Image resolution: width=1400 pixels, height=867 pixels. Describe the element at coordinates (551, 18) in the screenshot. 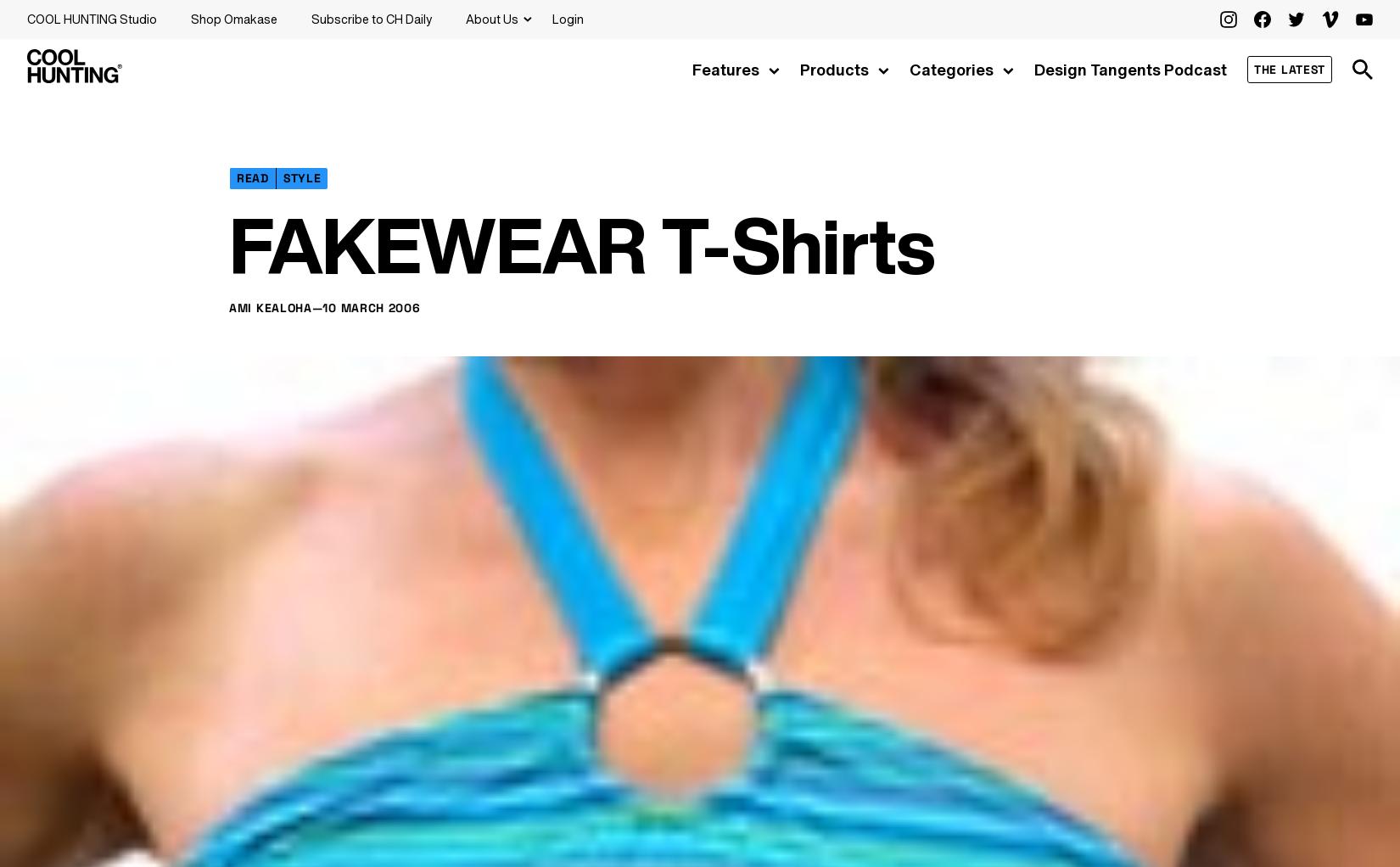

I see `'Login'` at that location.